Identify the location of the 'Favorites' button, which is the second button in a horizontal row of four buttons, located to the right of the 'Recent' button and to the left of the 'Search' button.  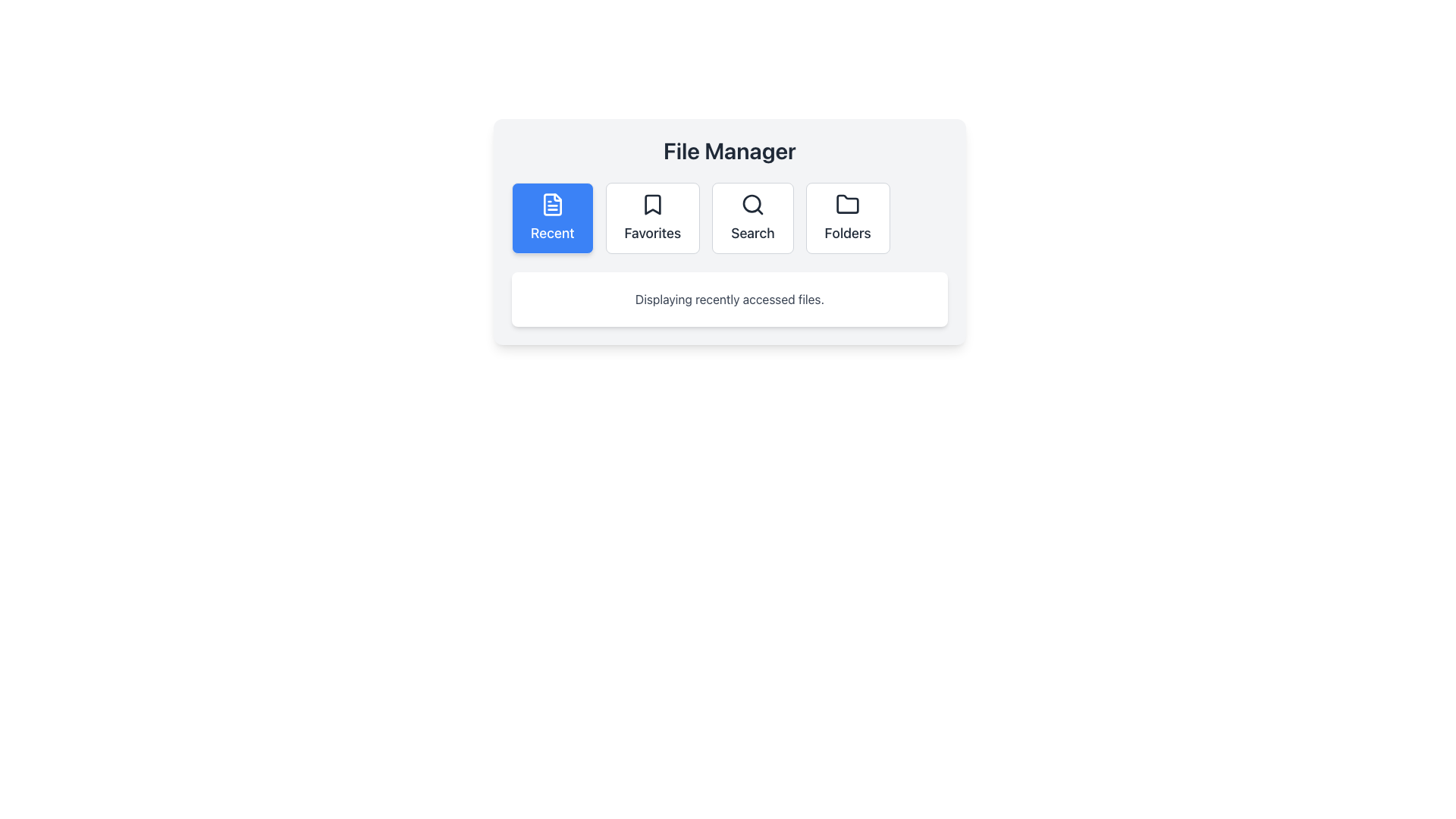
(652, 218).